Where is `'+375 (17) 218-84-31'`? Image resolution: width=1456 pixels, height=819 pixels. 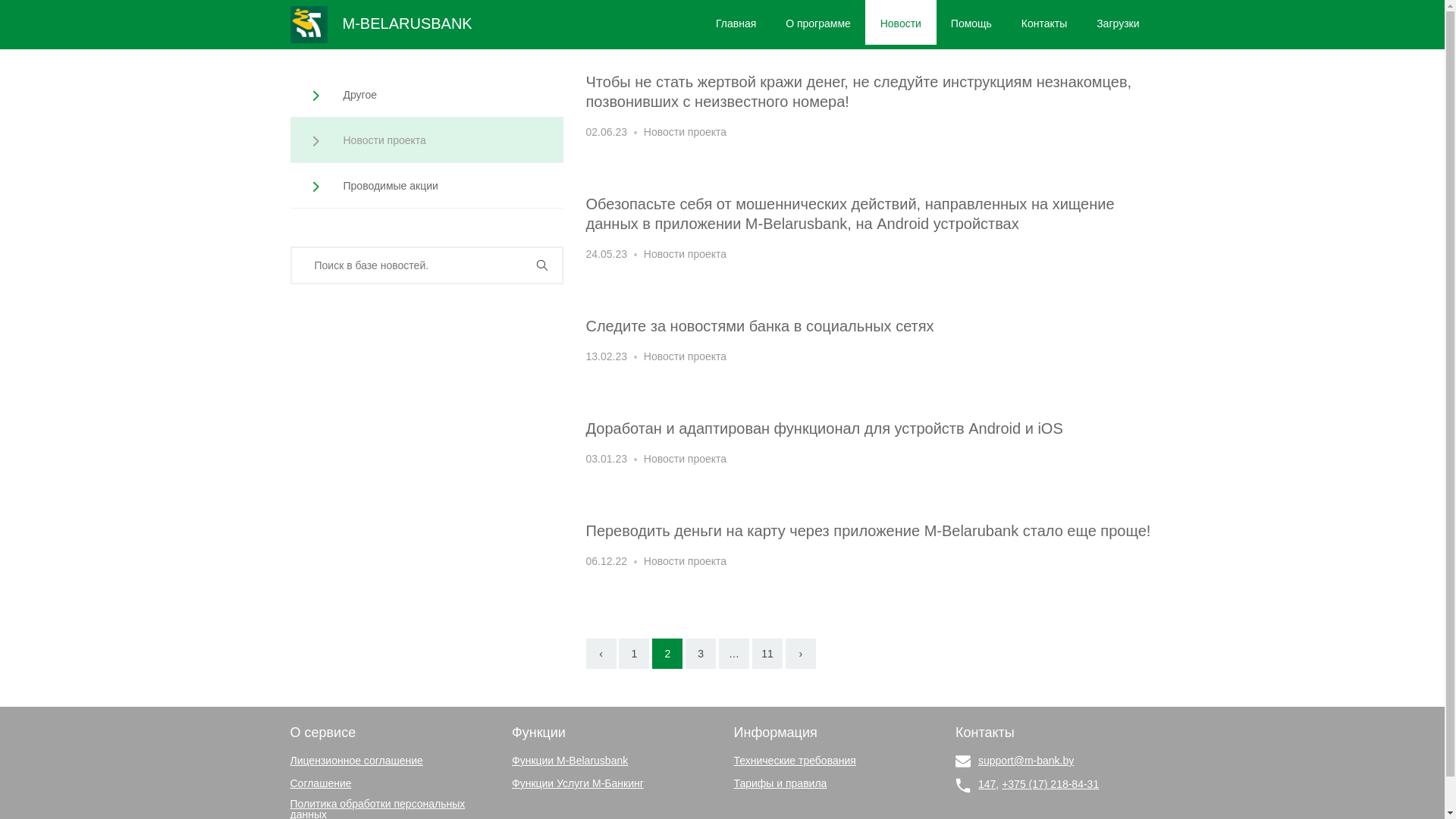
'+375 (17) 218-84-31' is located at coordinates (1050, 783).